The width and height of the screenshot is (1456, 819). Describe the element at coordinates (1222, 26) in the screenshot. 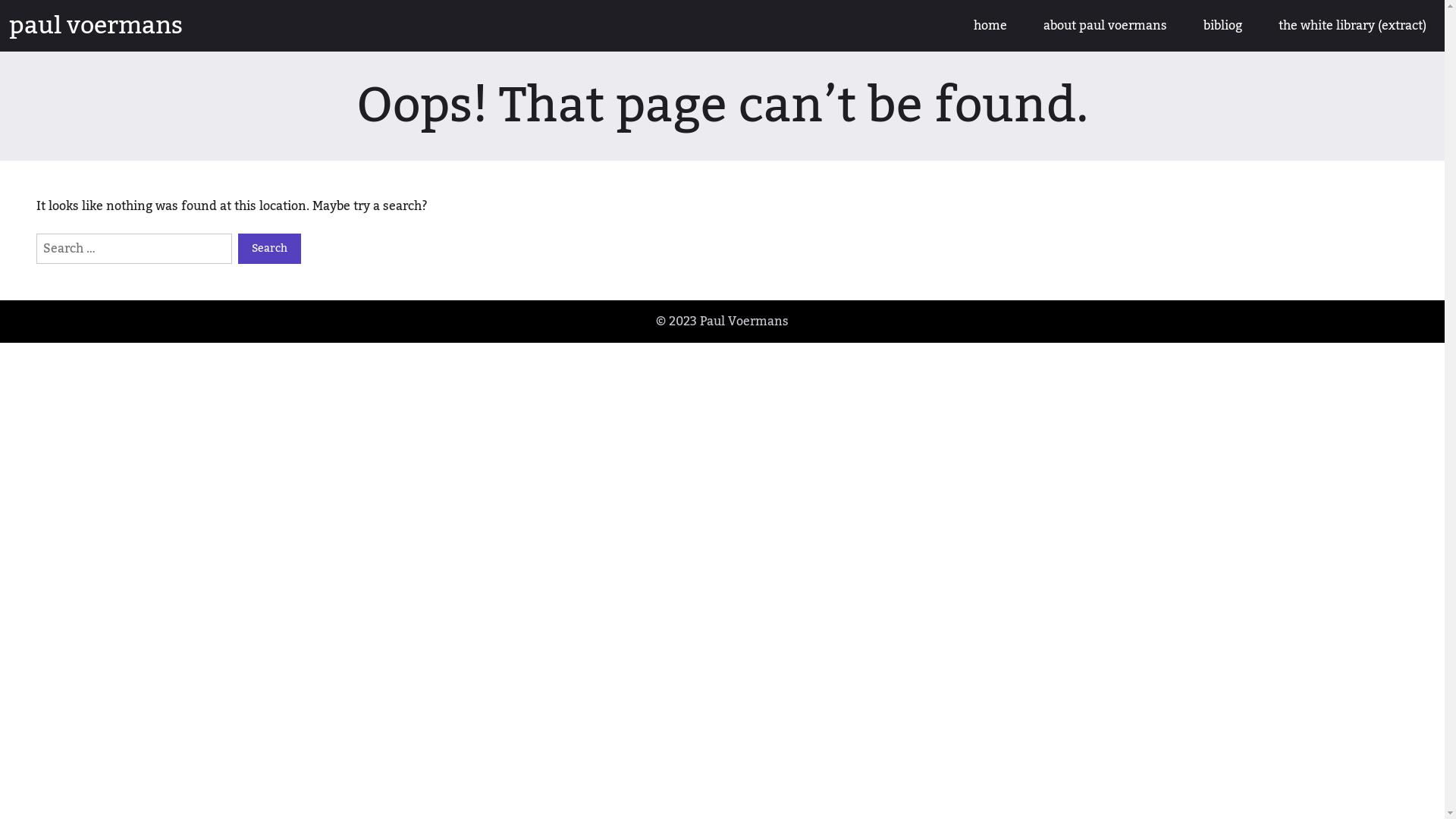

I see `'bibliog'` at that location.